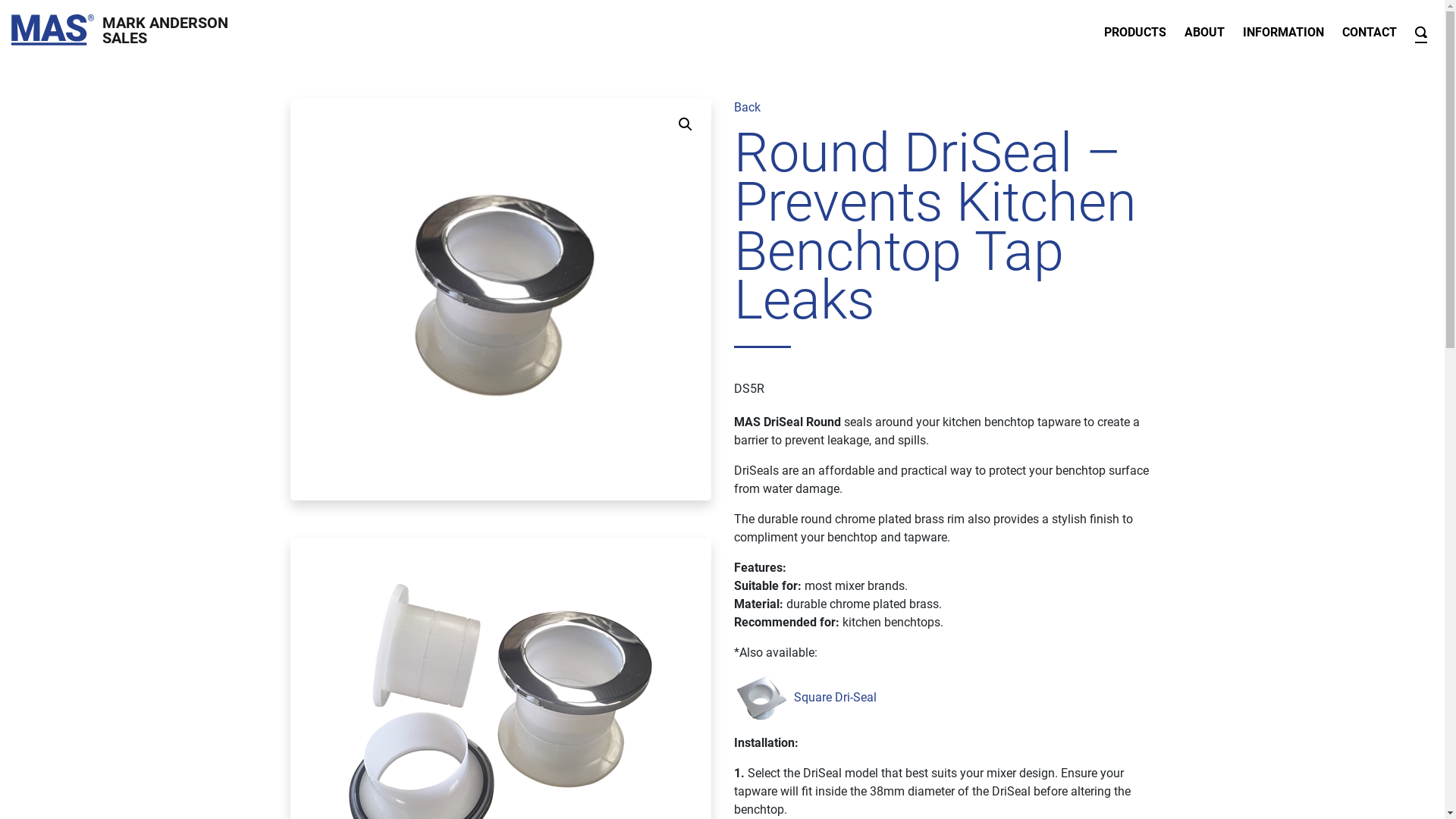 This screenshot has height=819, width=1456. What do you see at coordinates (747, 106) in the screenshot?
I see `'Back'` at bounding box center [747, 106].